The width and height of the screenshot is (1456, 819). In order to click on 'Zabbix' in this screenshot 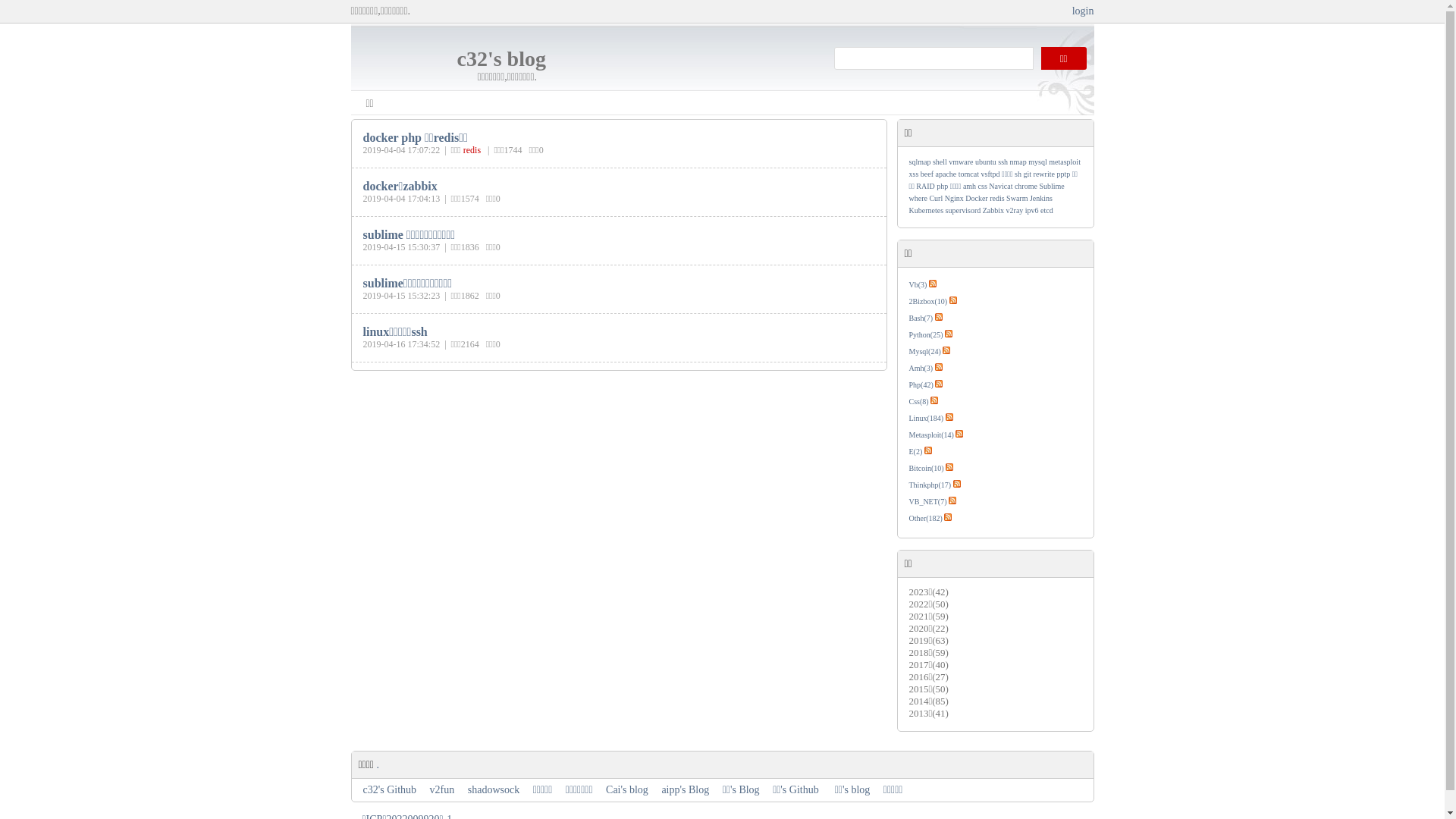, I will do `click(993, 210)`.